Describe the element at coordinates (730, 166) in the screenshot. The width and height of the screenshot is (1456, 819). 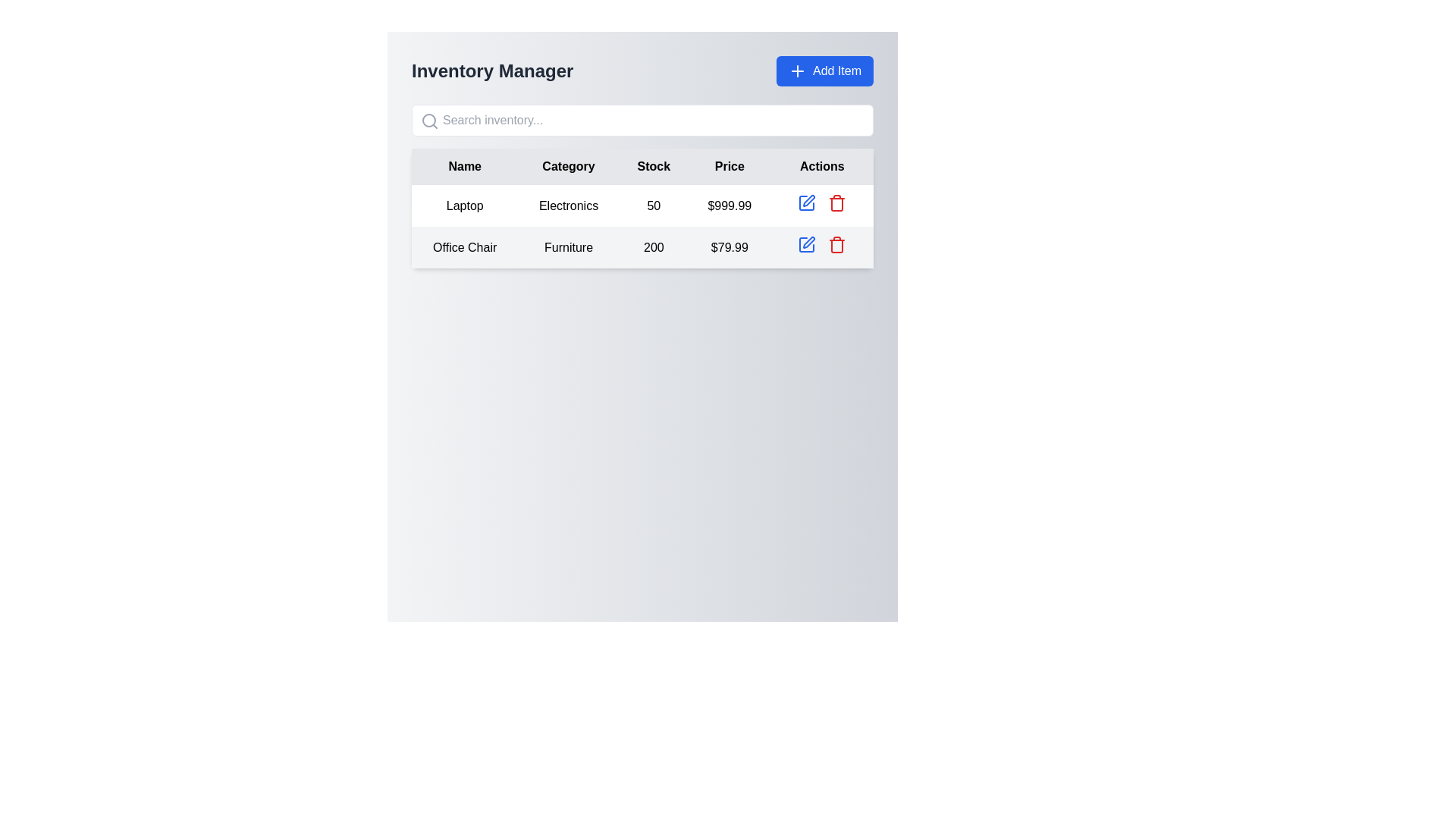
I see `the text label that serves as the header title for pricing details in the table layout, positioned after 'Name', 'Category', and 'Stock'` at that location.